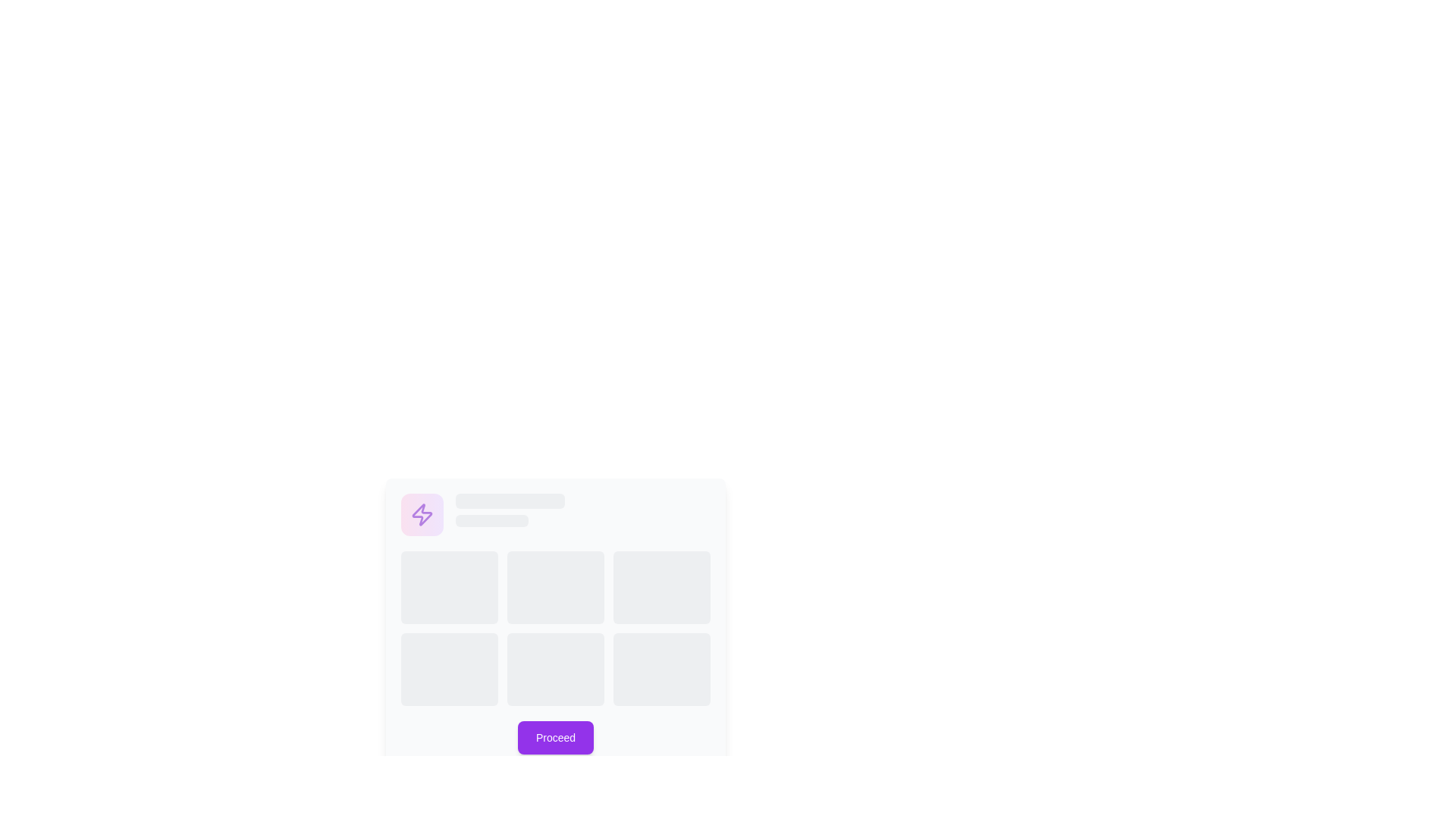  I want to click on the Placeholder card, which is a rectangular card-like component with a light gray background and rounded corners, located in the second column of the first row of placeholders, so click(632, 607).